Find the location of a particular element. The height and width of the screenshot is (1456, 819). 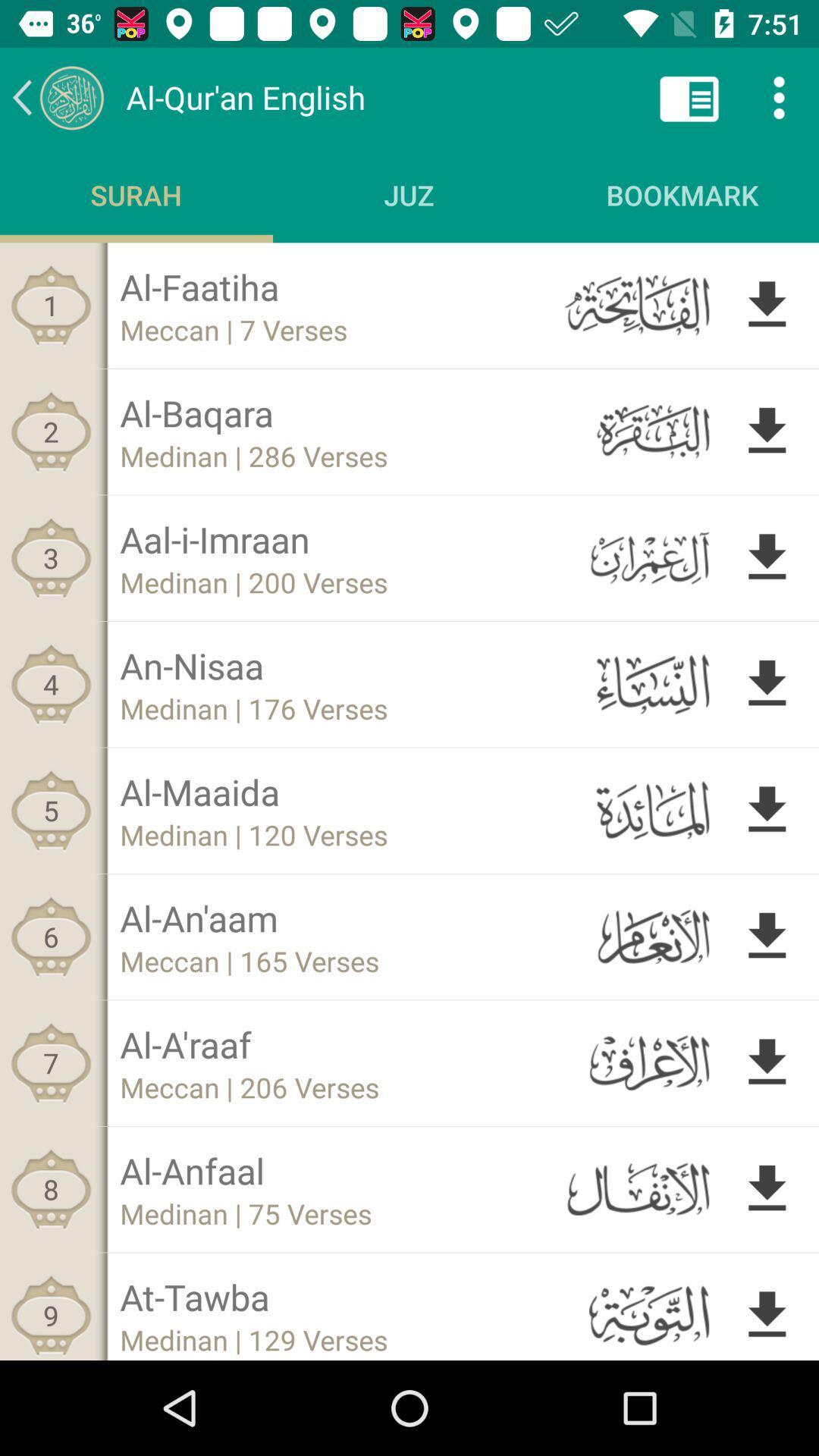

download is located at coordinates (767, 1188).